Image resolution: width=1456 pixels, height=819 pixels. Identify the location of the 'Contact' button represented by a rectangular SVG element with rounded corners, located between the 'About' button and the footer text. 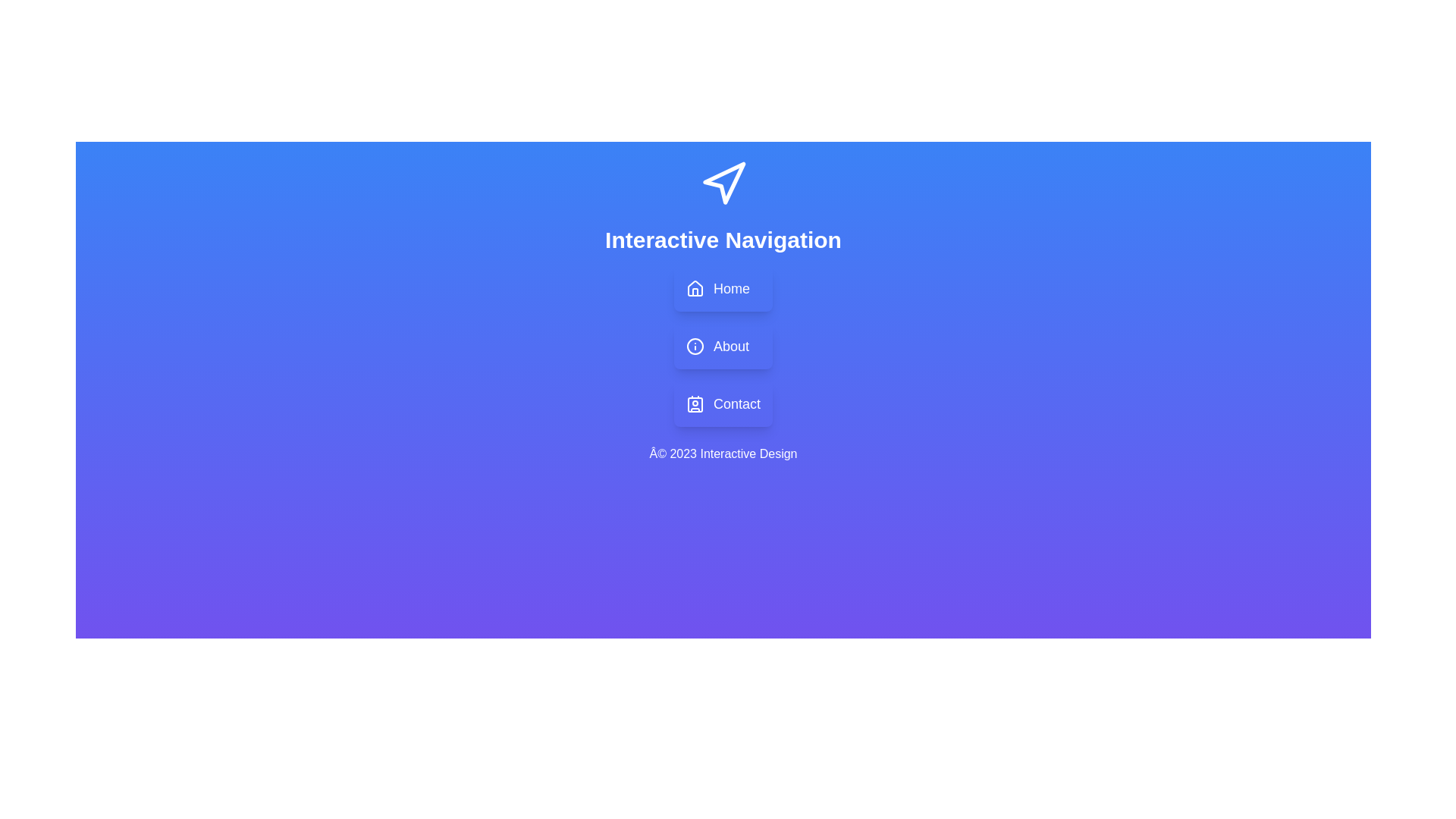
(694, 403).